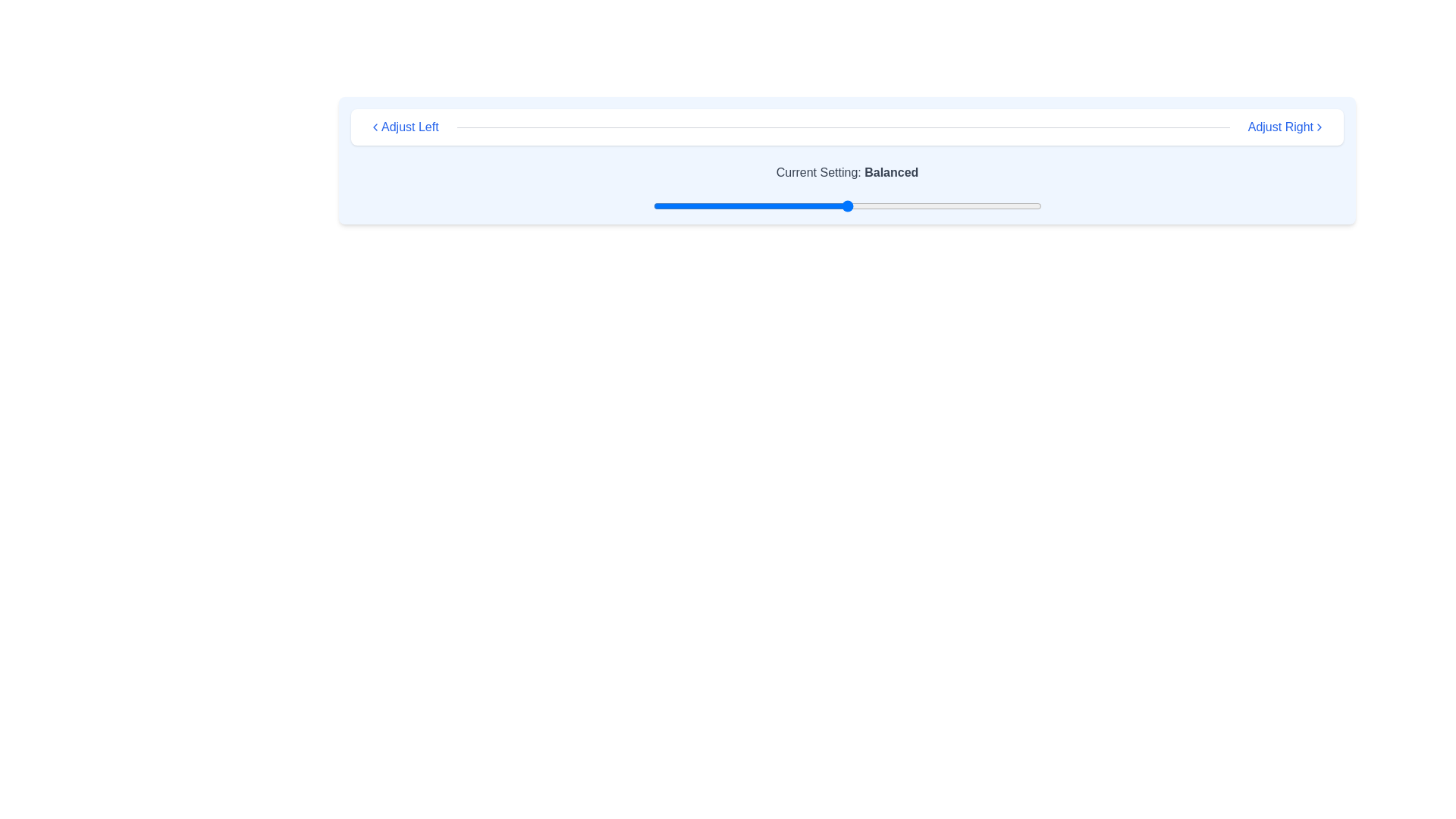 The width and height of the screenshot is (1456, 819). What do you see at coordinates (871, 206) in the screenshot?
I see `slider` at bounding box center [871, 206].